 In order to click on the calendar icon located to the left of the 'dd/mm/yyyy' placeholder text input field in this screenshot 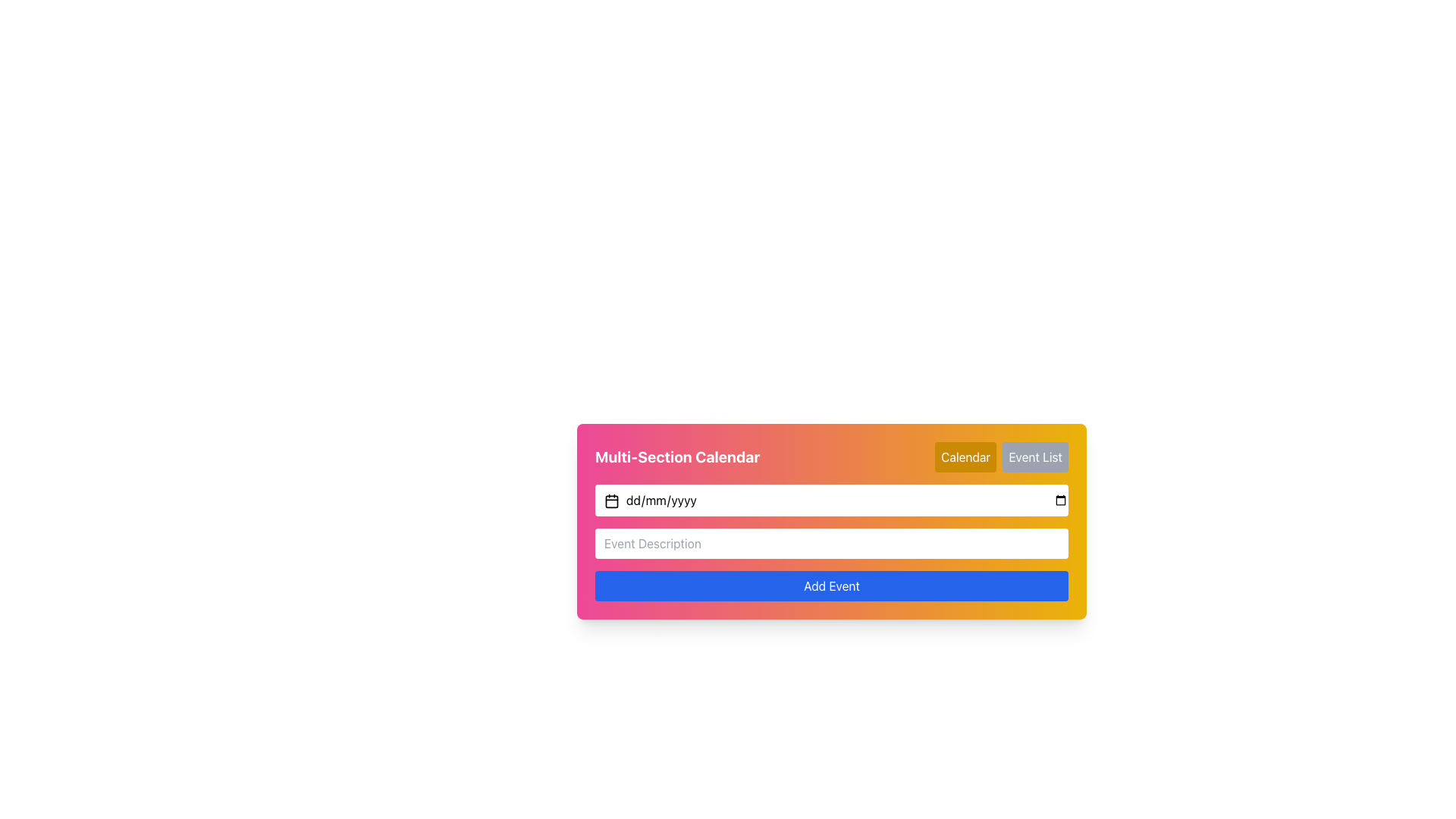, I will do `click(611, 500)`.